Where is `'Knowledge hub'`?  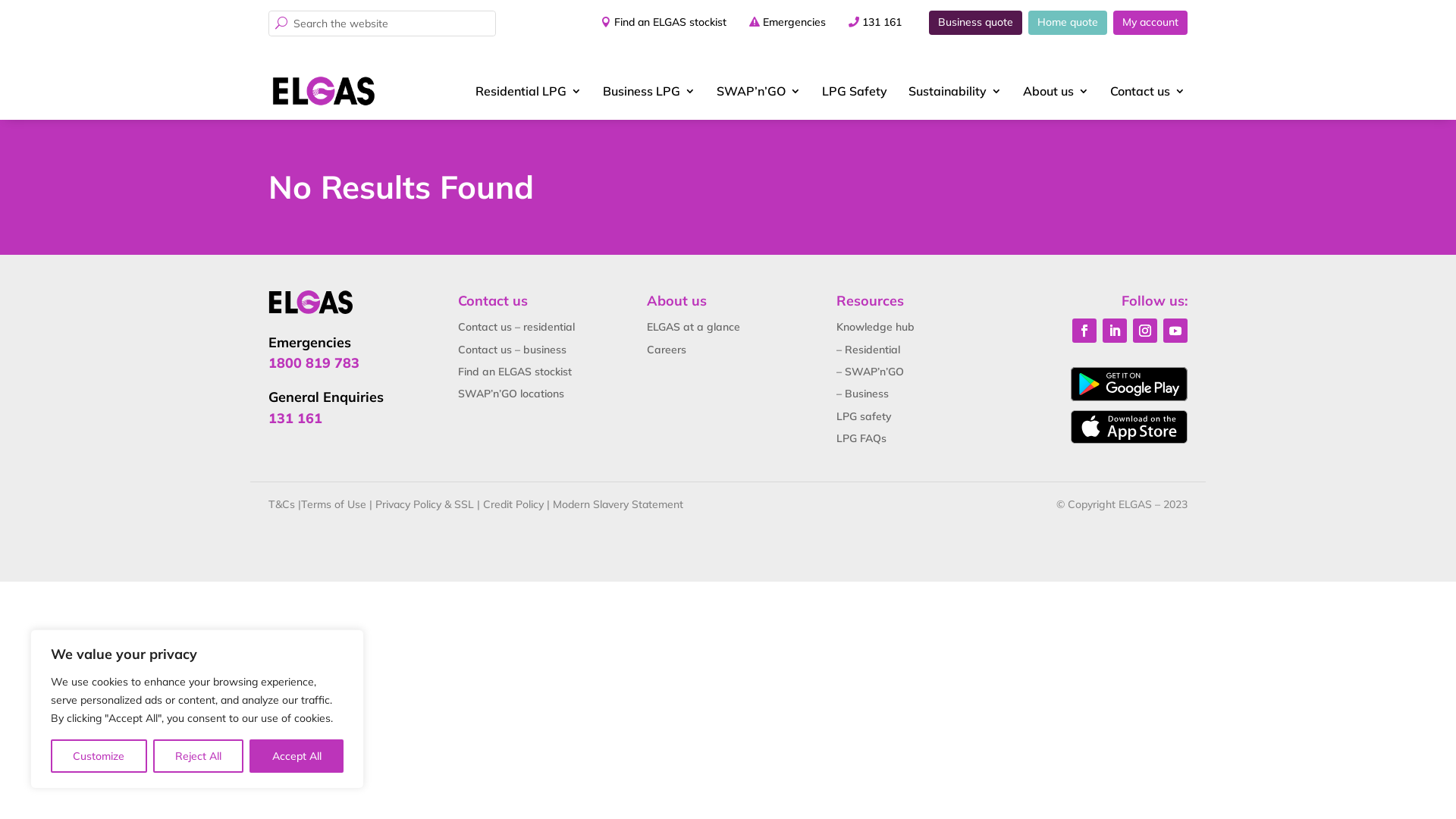
'Knowledge hub' is located at coordinates (875, 326).